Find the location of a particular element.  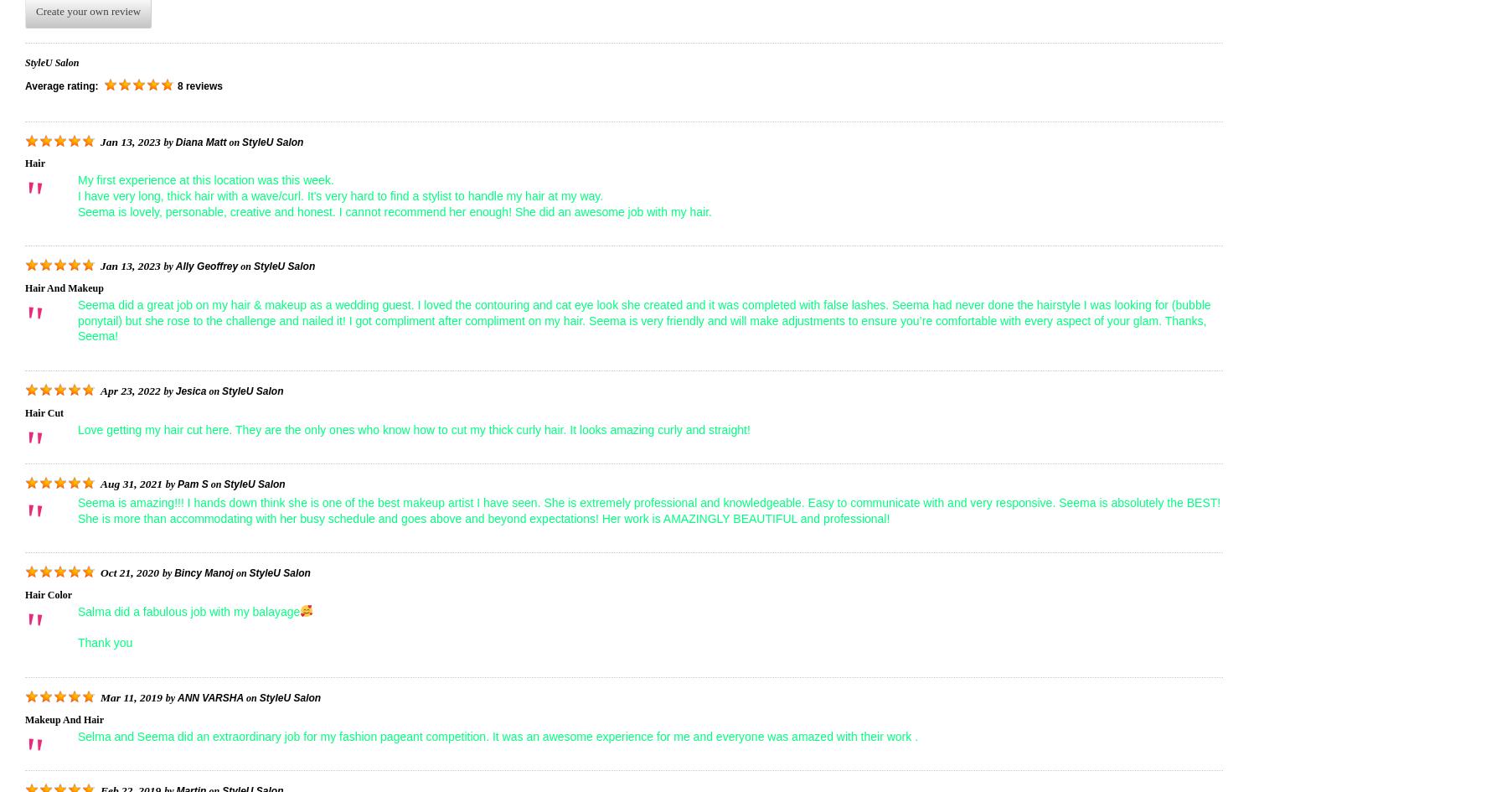

'Pam S' is located at coordinates (192, 484).